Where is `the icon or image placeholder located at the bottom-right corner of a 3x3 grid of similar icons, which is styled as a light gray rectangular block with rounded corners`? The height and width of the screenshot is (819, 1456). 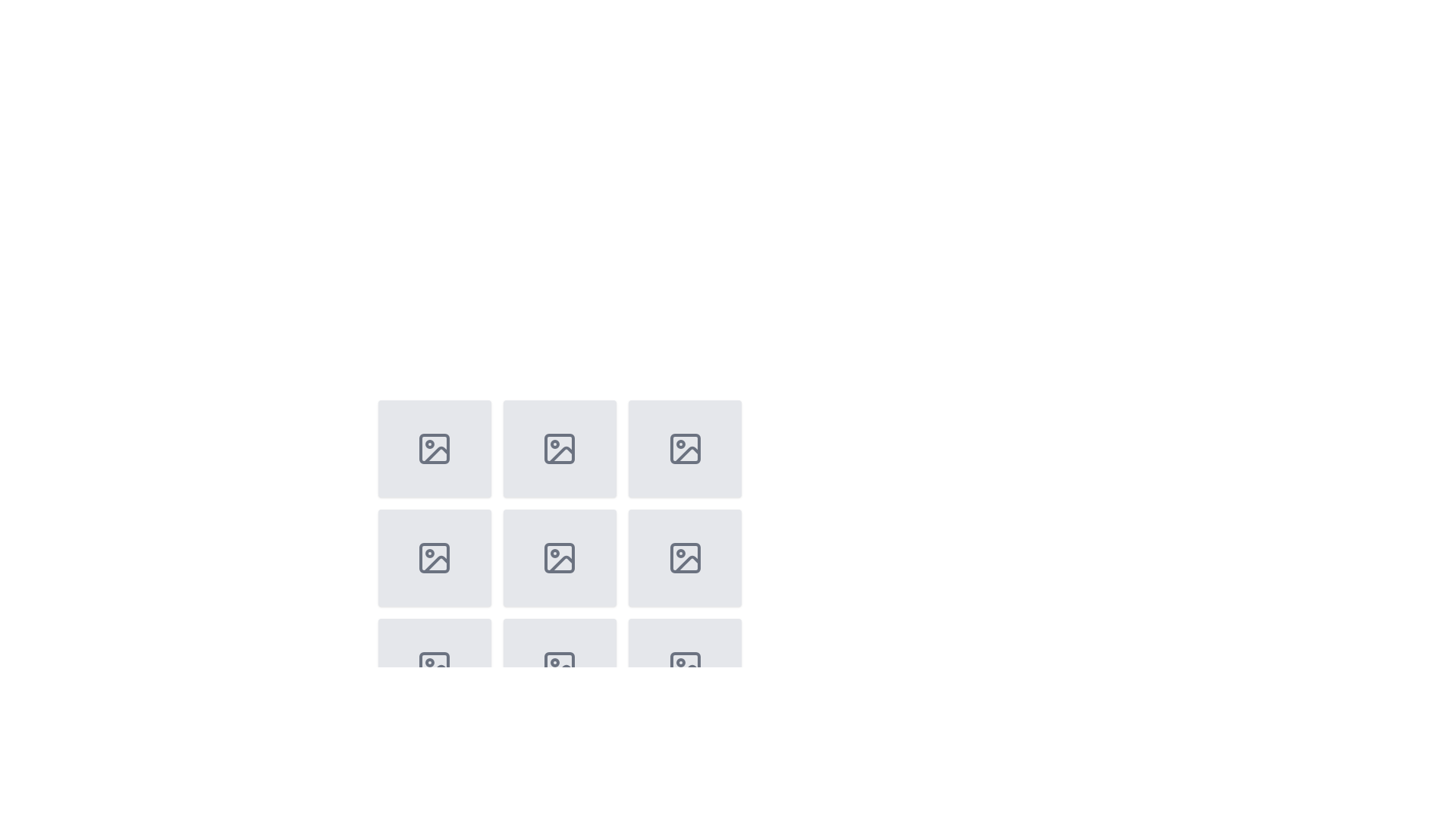
the icon or image placeholder located at the bottom-right corner of a 3x3 grid of similar icons, which is styled as a light gray rectangular block with rounded corners is located at coordinates (684, 666).